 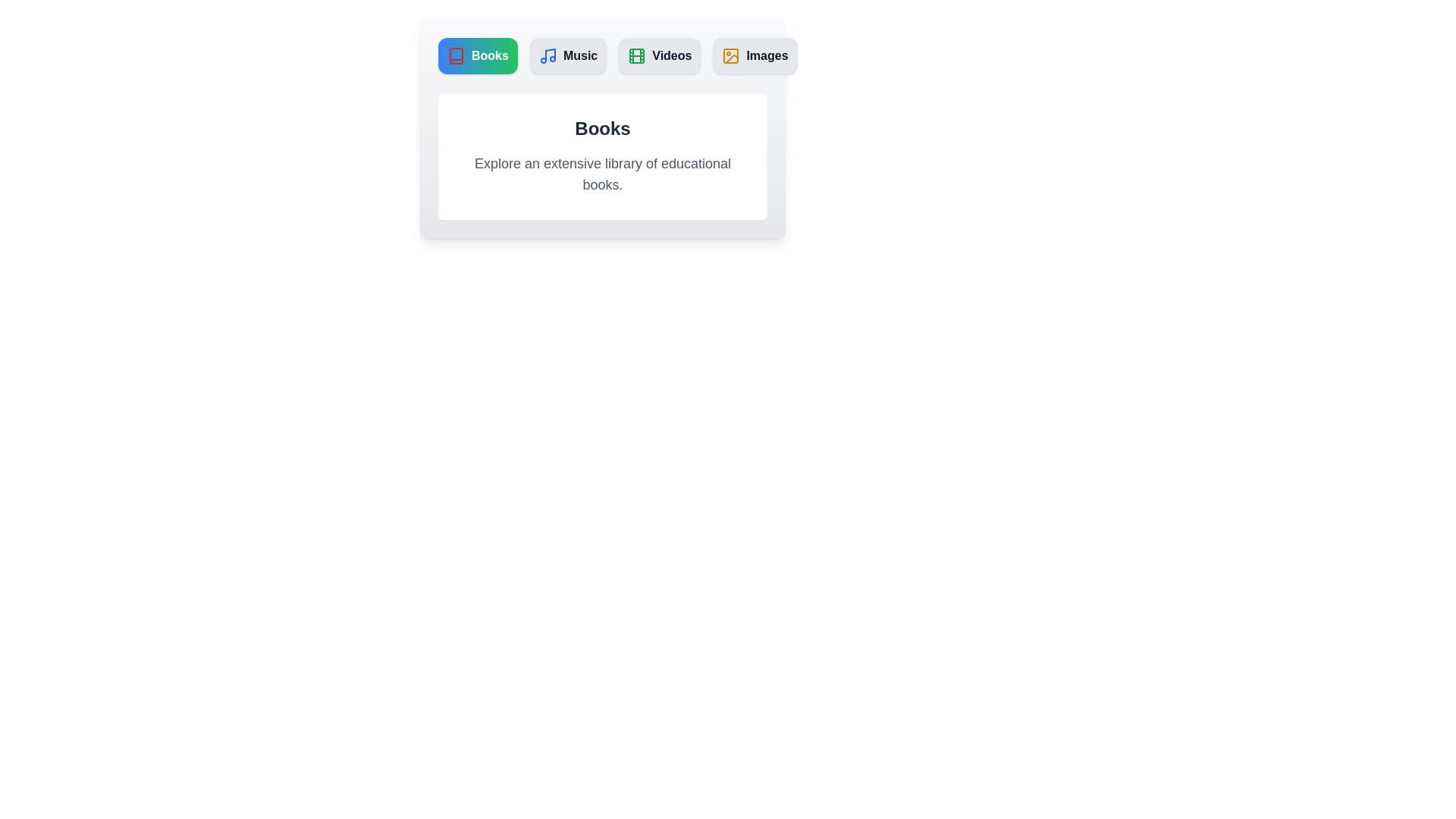 I want to click on the Images tab to view its content, so click(x=755, y=55).